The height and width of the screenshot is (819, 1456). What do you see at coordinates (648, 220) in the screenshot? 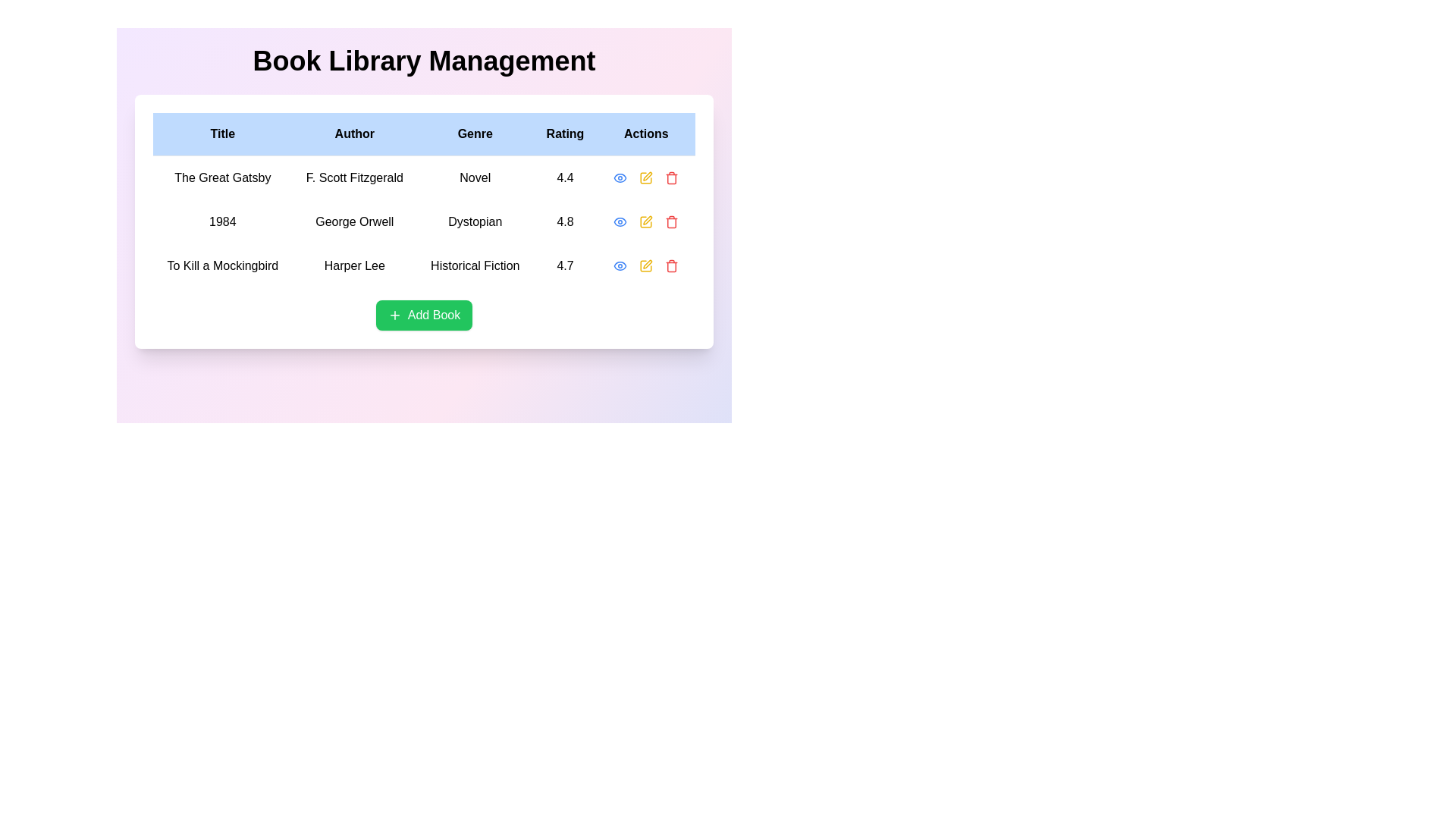
I see `the edit icon styled as a pen or pencil, which is the second icon in the 'Actions' column for the book '1984'` at bounding box center [648, 220].